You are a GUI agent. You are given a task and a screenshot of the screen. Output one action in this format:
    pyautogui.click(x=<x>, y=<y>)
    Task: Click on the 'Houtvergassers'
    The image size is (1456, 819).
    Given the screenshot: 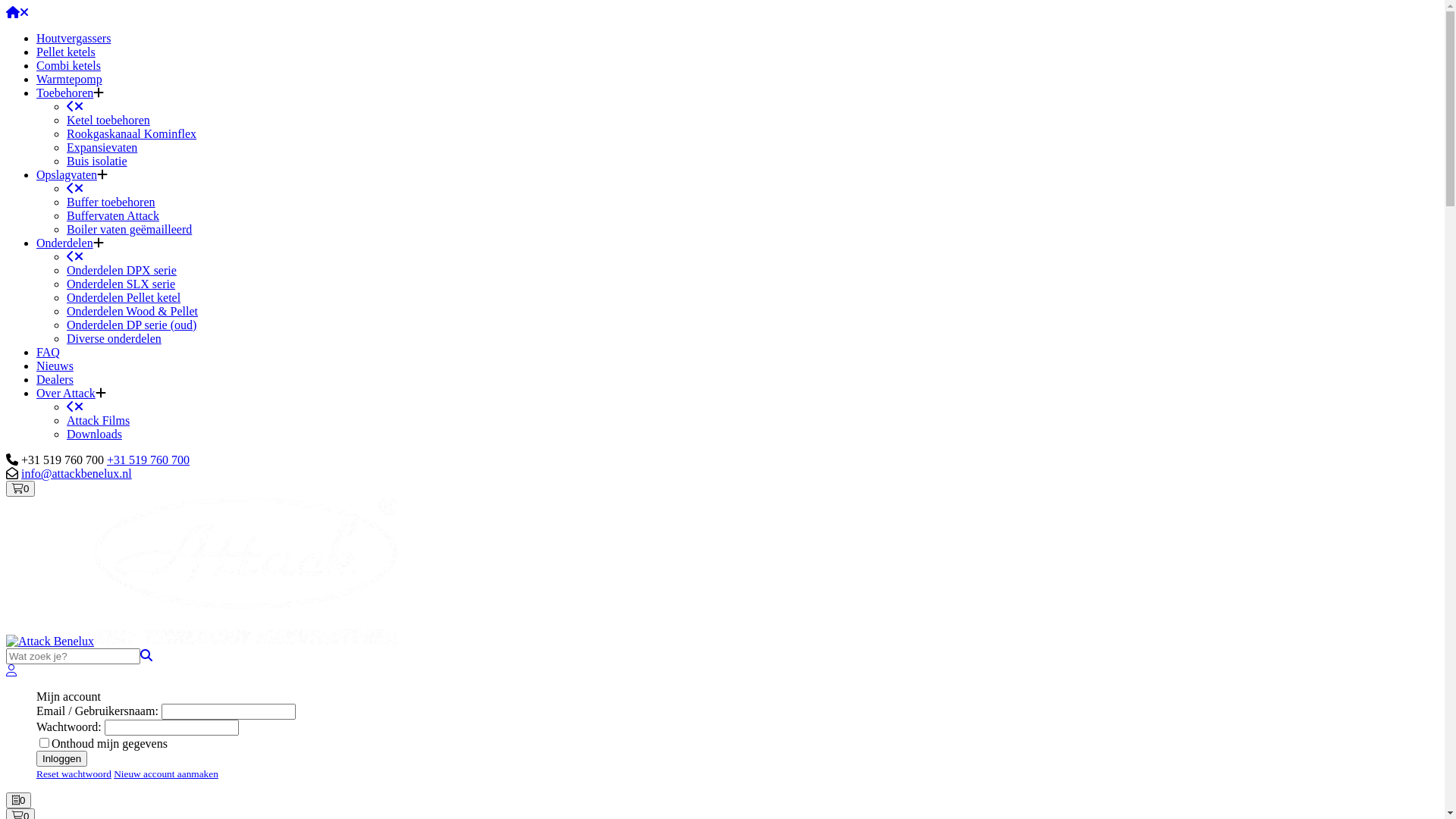 What is the action you would take?
    pyautogui.click(x=36, y=37)
    